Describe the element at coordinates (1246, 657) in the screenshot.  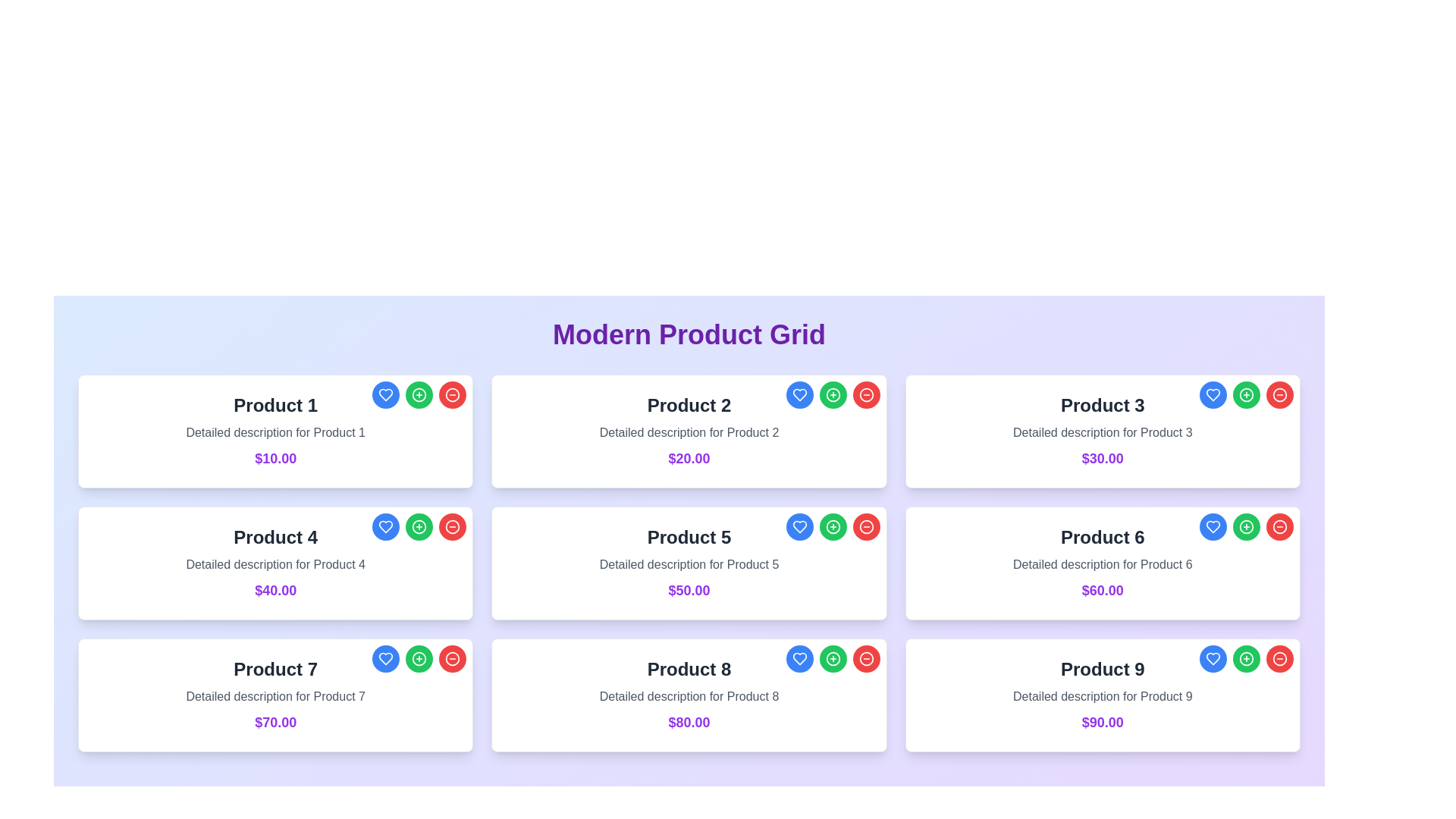
I see `the circular green button with a white plus sign located in the top right corner of the 'Product 9' card` at that location.